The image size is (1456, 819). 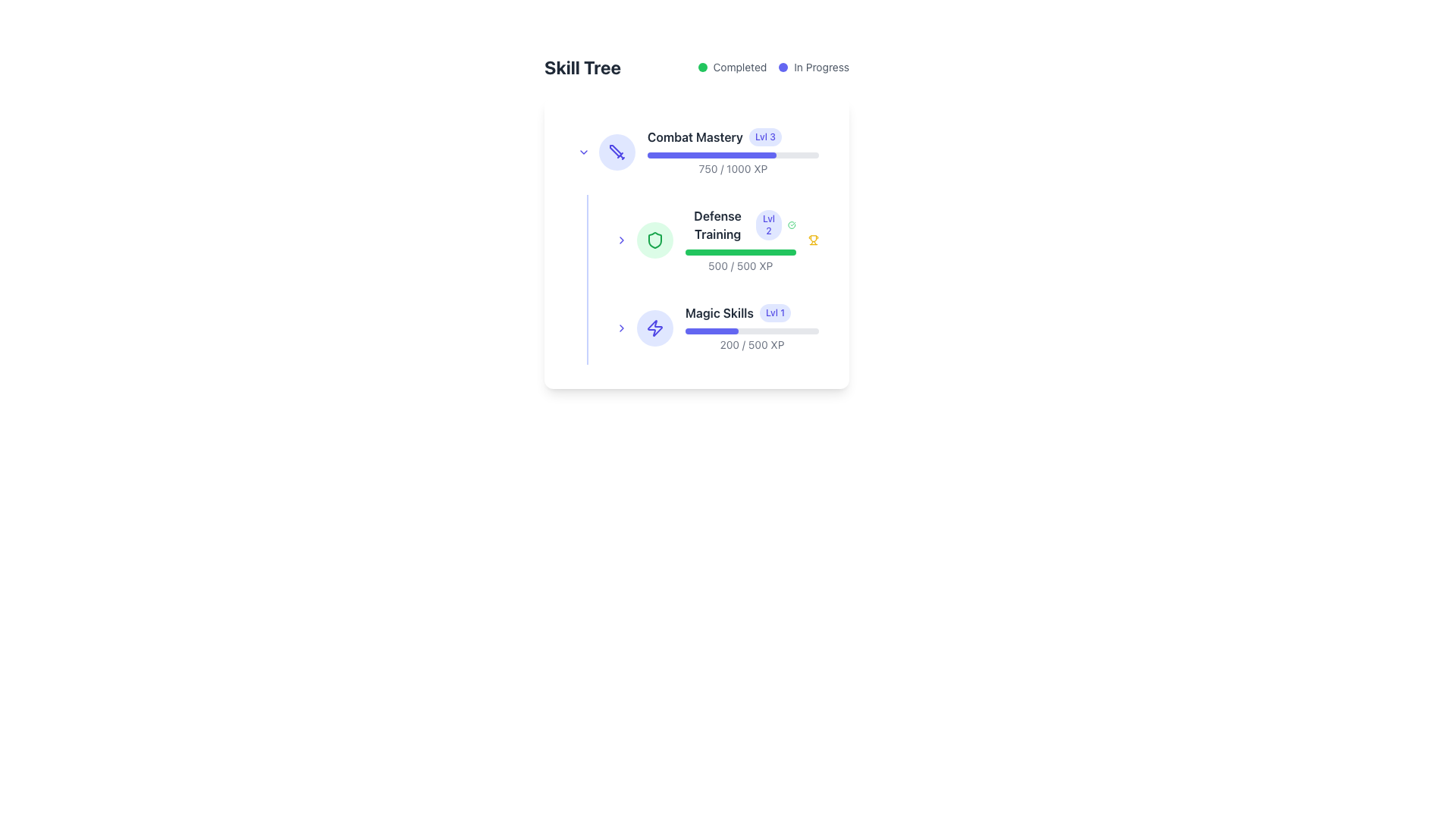 I want to click on text 'Lvl 3' from the small pill-shaped badge with a light indigo background located to the immediate right of 'Combat Mastery' in the skill tree section, so click(x=765, y=137).